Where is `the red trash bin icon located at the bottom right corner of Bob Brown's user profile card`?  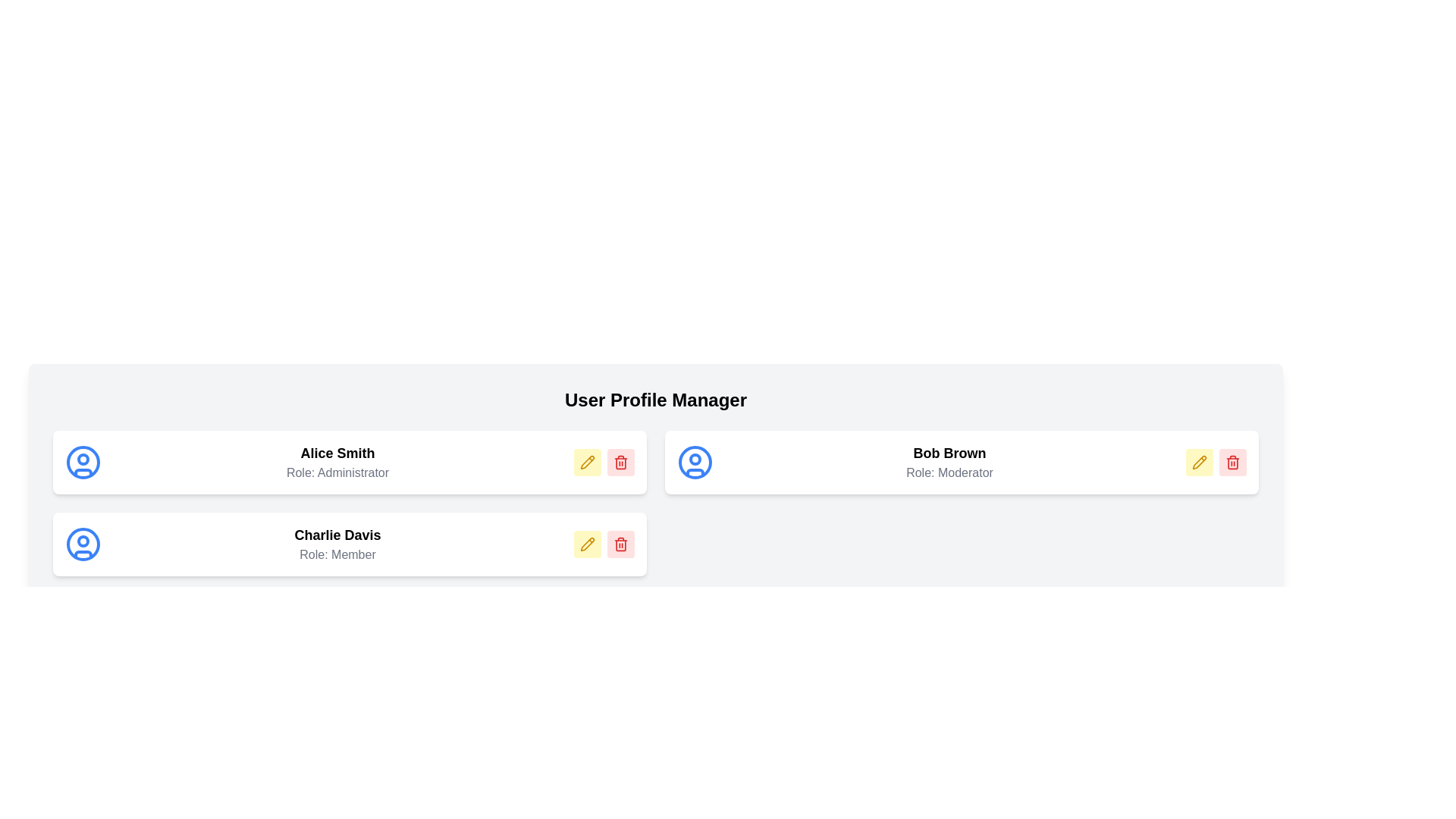
the red trash bin icon located at the bottom right corner of Bob Brown's user profile card is located at coordinates (621, 462).